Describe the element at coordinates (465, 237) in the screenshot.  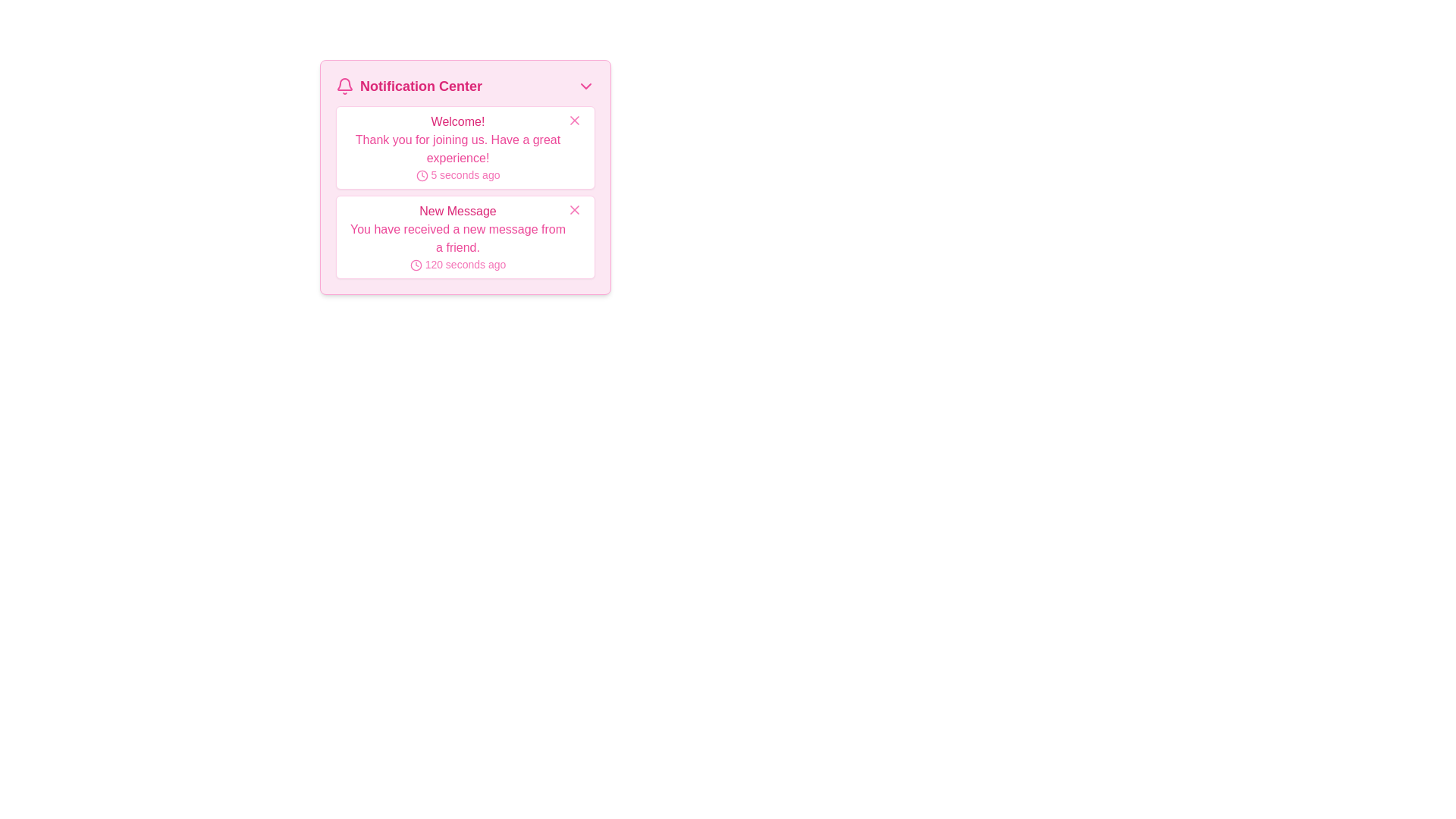
I see `the second notification card in the 'Notification Center' dropdown that informs the user about a new message` at that location.